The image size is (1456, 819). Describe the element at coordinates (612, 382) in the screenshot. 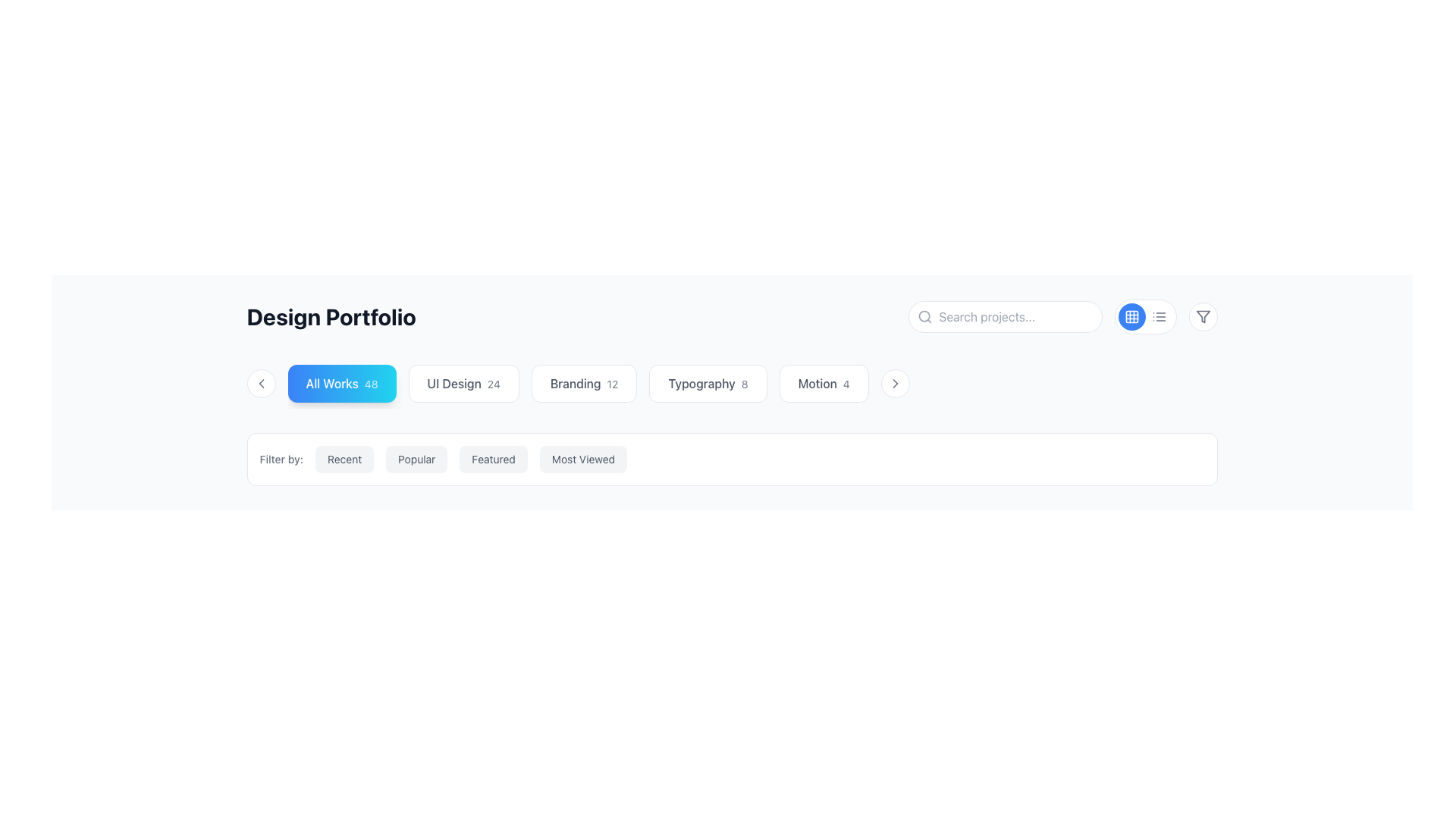

I see `the numeric value '12' displayed in semi-transparent gray text, located to the right of the 'Branding' button` at that location.